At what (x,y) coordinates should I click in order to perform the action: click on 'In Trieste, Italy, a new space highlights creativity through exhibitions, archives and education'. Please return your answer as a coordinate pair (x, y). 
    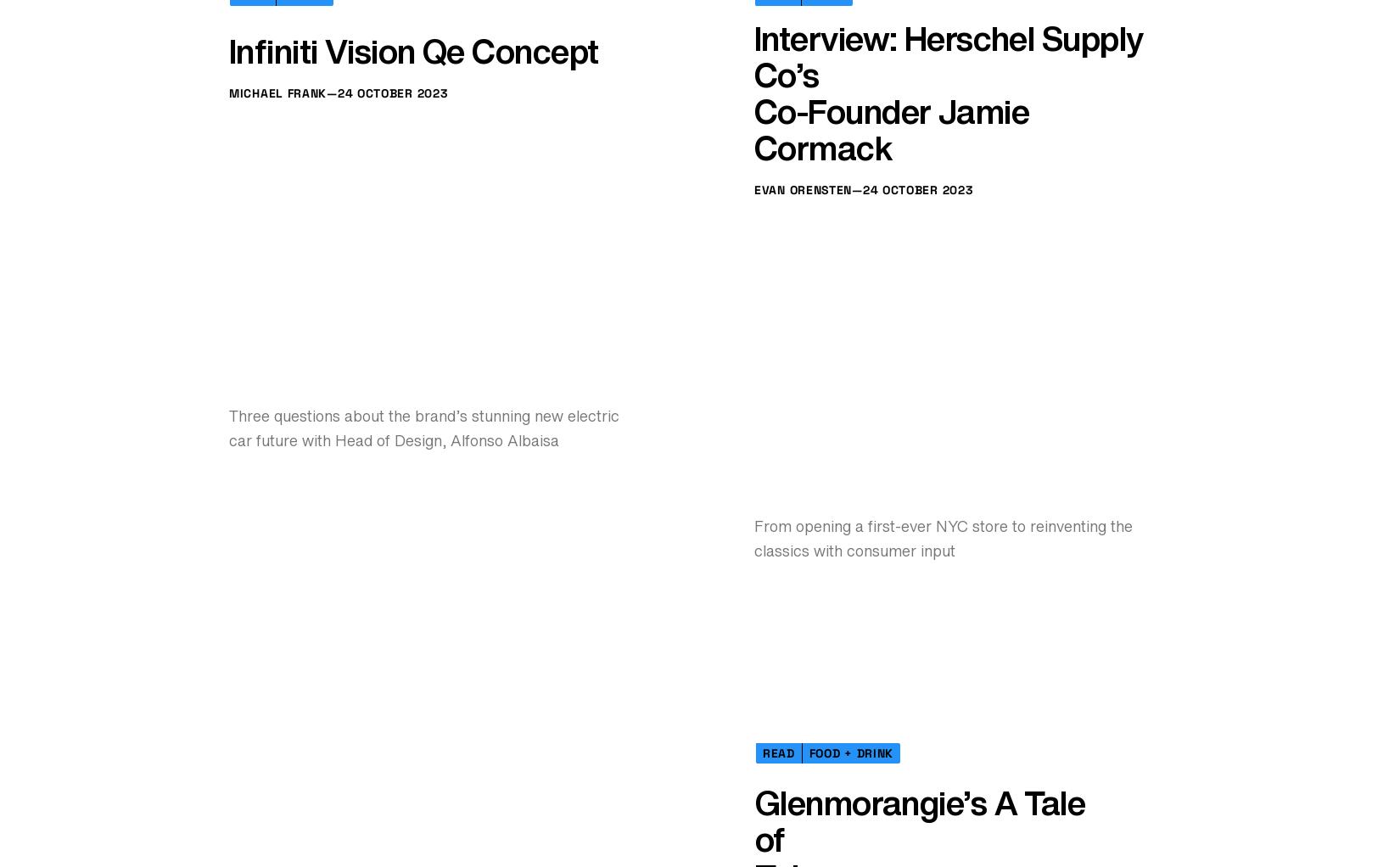
    Looking at the image, I should click on (916, 289).